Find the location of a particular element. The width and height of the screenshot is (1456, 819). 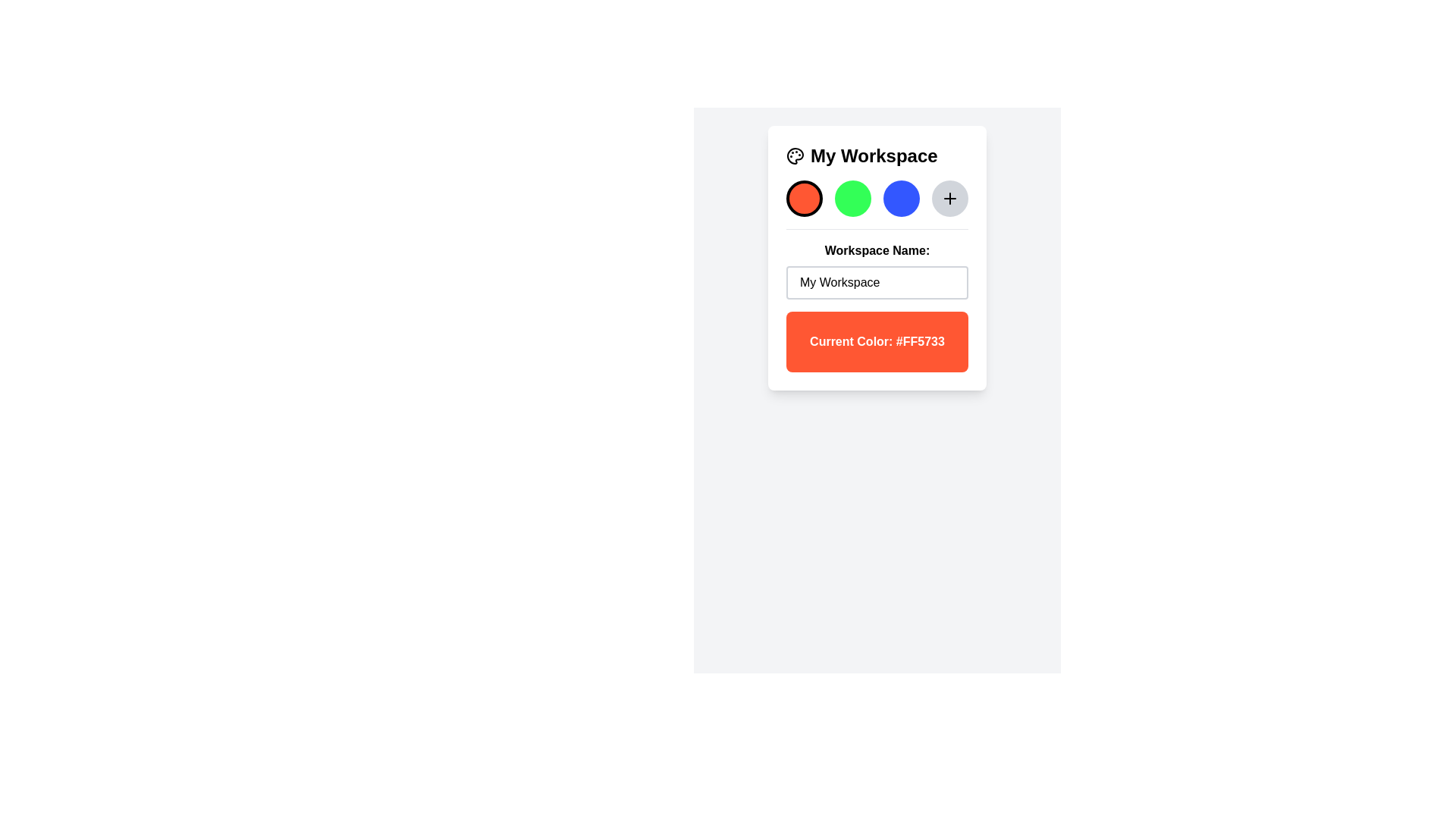

the vibrant orange circular button with a black border located at the top left corner of the grid is located at coordinates (803, 198).